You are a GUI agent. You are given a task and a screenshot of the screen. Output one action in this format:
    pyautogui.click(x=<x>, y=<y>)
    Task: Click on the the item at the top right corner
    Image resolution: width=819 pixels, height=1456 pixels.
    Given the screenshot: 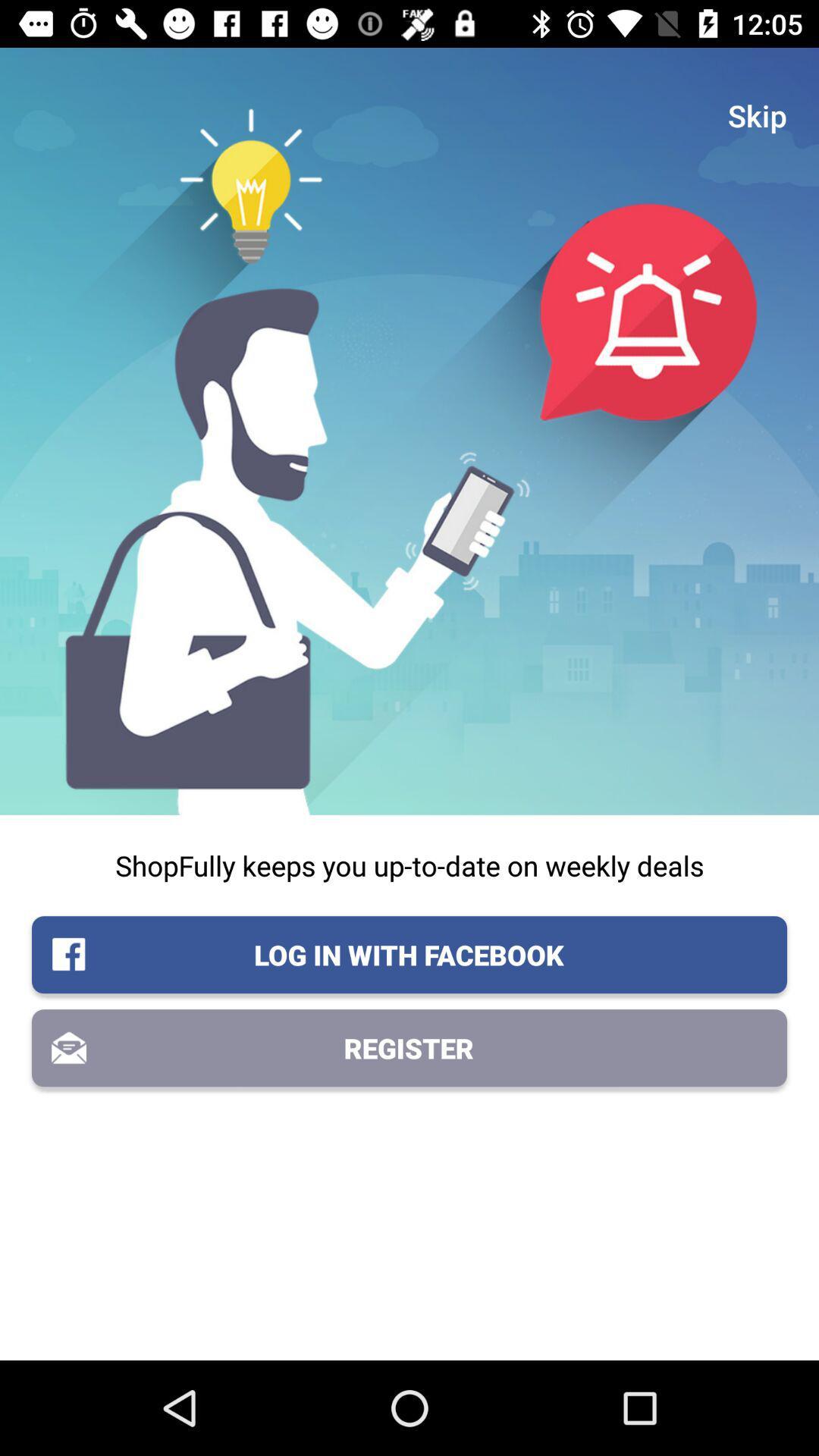 What is the action you would take?
    pyautogui.click(x=758, y=115)
    